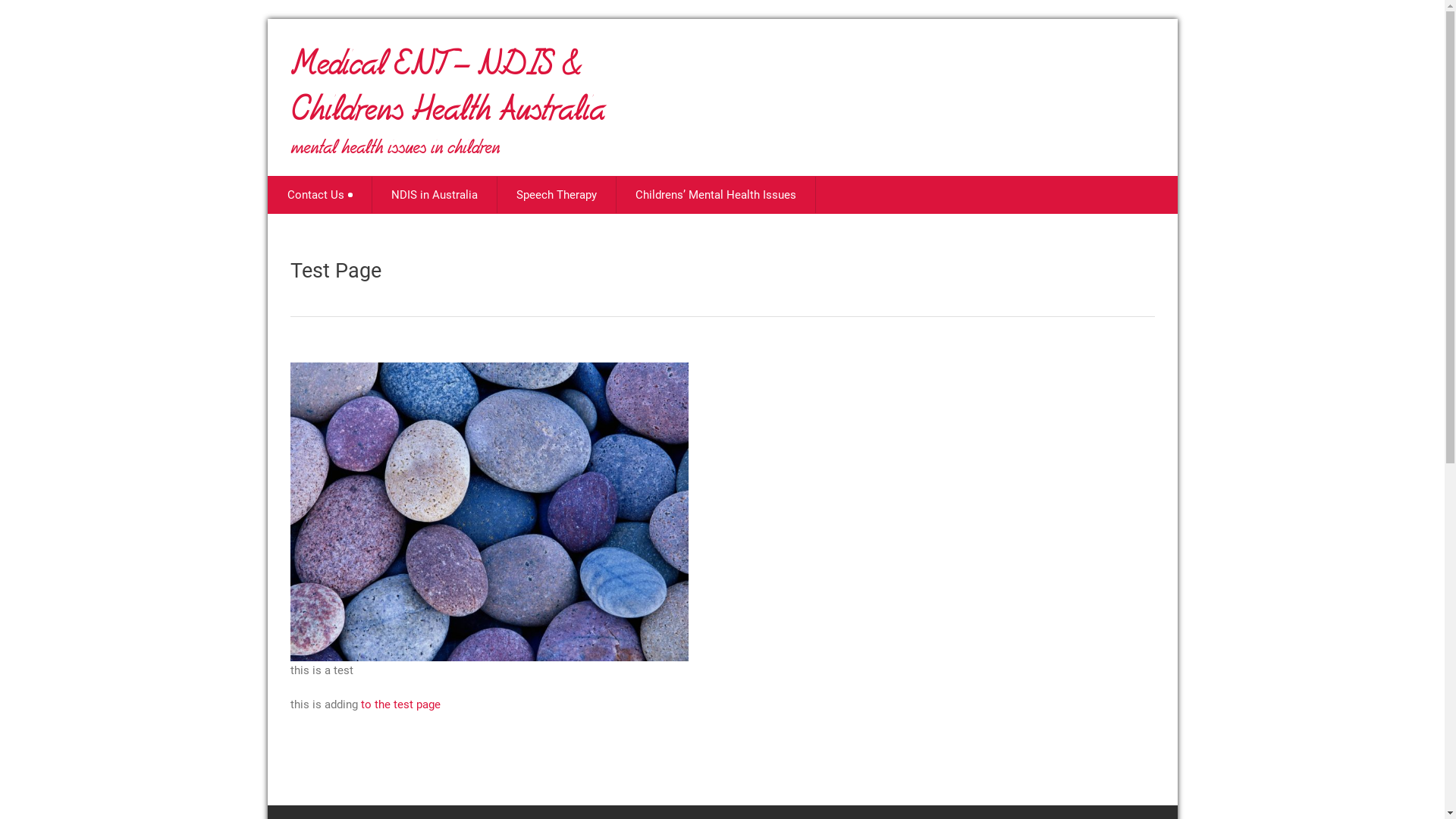 The height and width of the screenshot is (819, 1456). I want to click on 'to the test page', so click(400, 704).